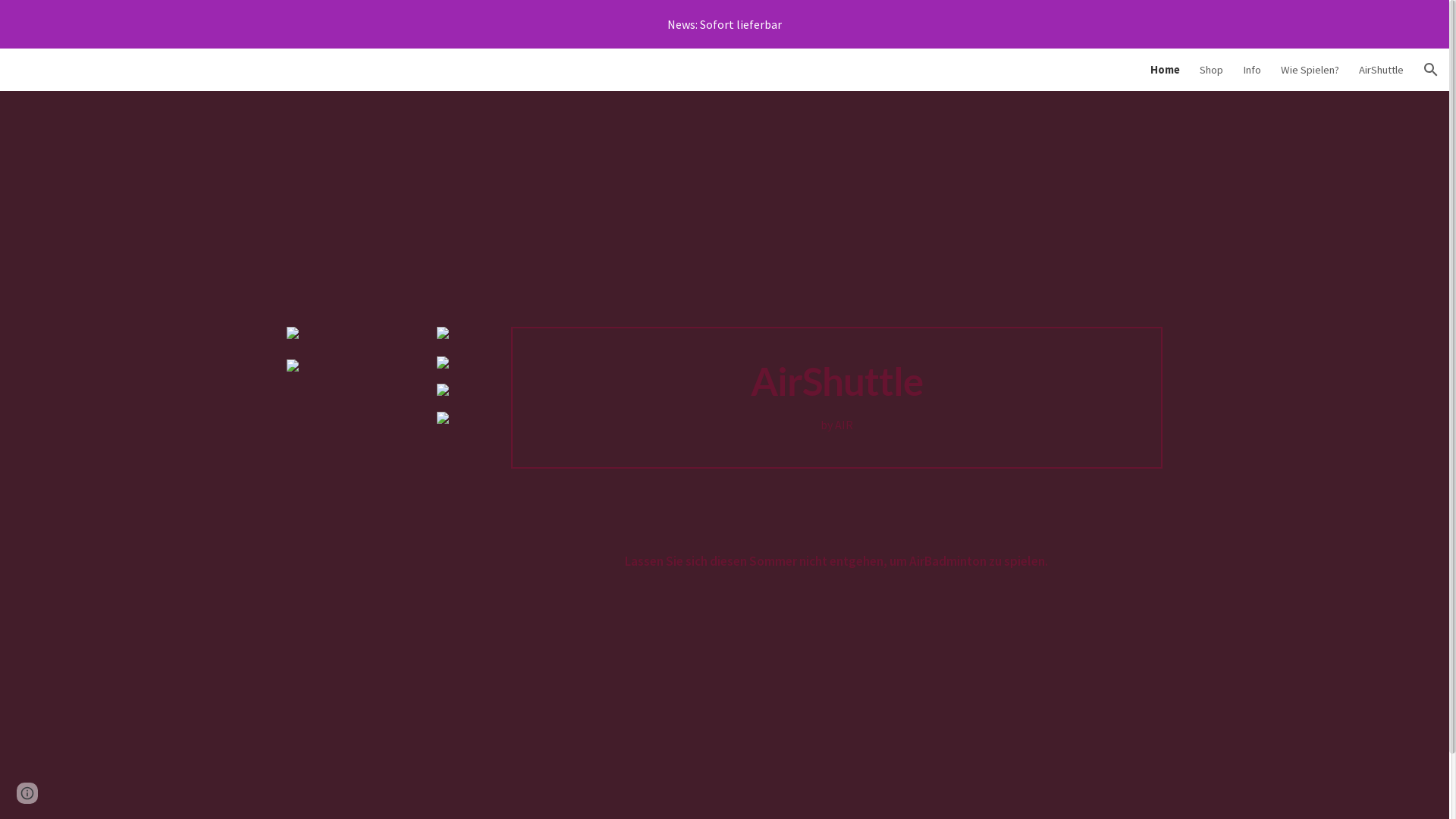 The height and width of the screenshot is (819, 1456). I want to click on 'Info', so click(1252, 70).